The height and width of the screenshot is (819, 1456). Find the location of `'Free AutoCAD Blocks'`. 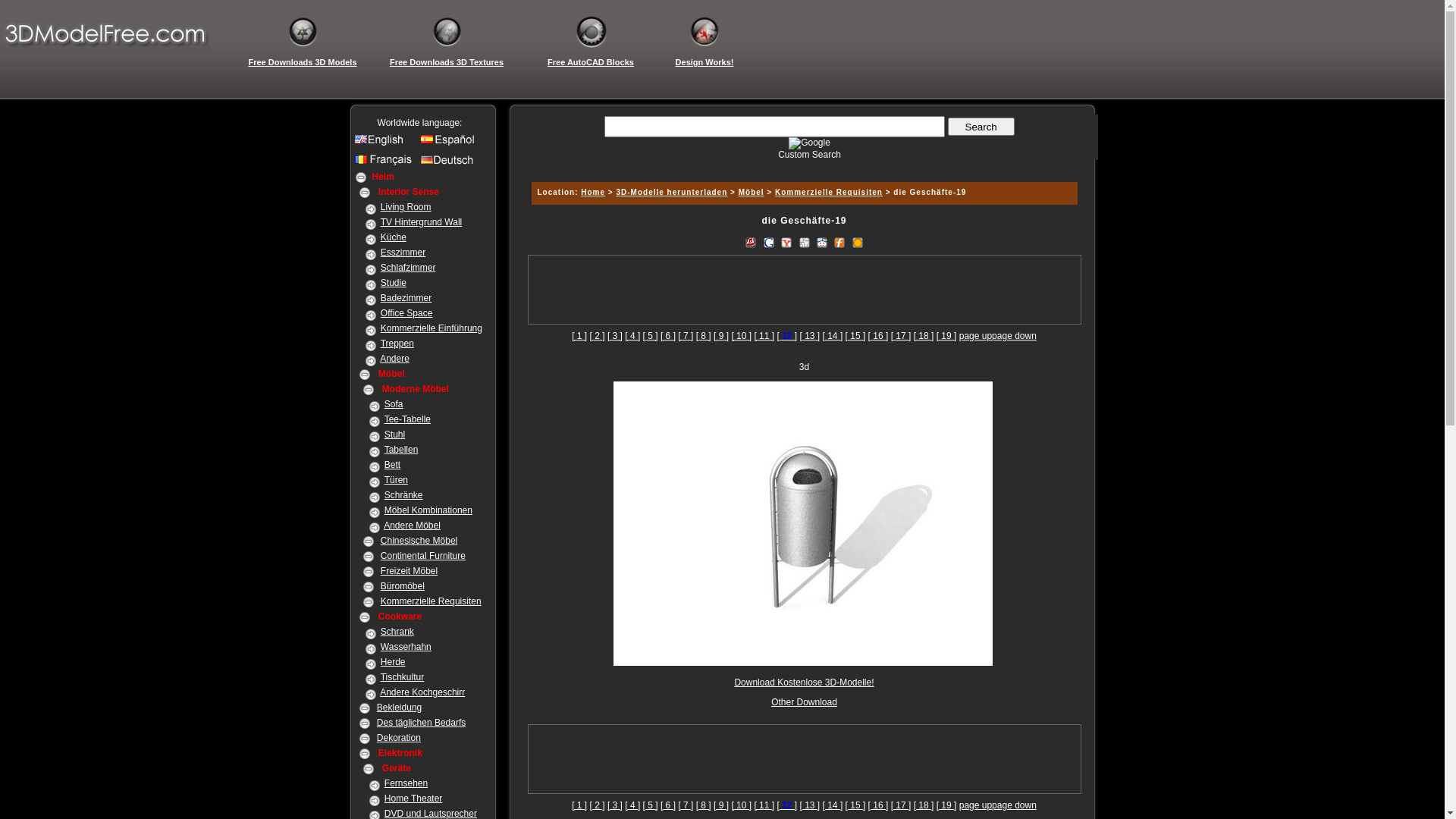

'Free AutoCAD Blocks' is located at coordinates (589, 61).